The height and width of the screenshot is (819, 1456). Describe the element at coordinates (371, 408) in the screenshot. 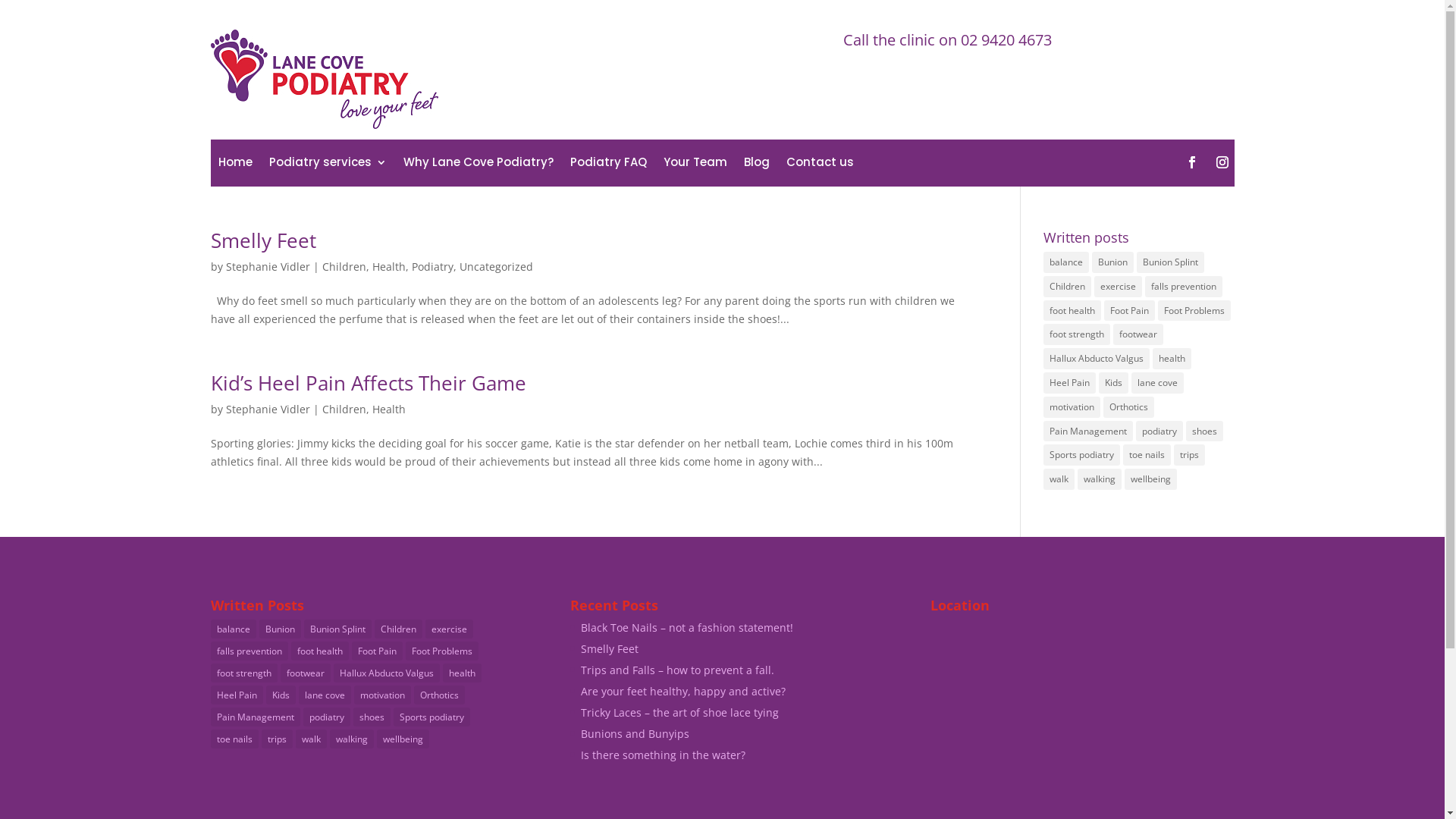

I see `'Health'` at that location.